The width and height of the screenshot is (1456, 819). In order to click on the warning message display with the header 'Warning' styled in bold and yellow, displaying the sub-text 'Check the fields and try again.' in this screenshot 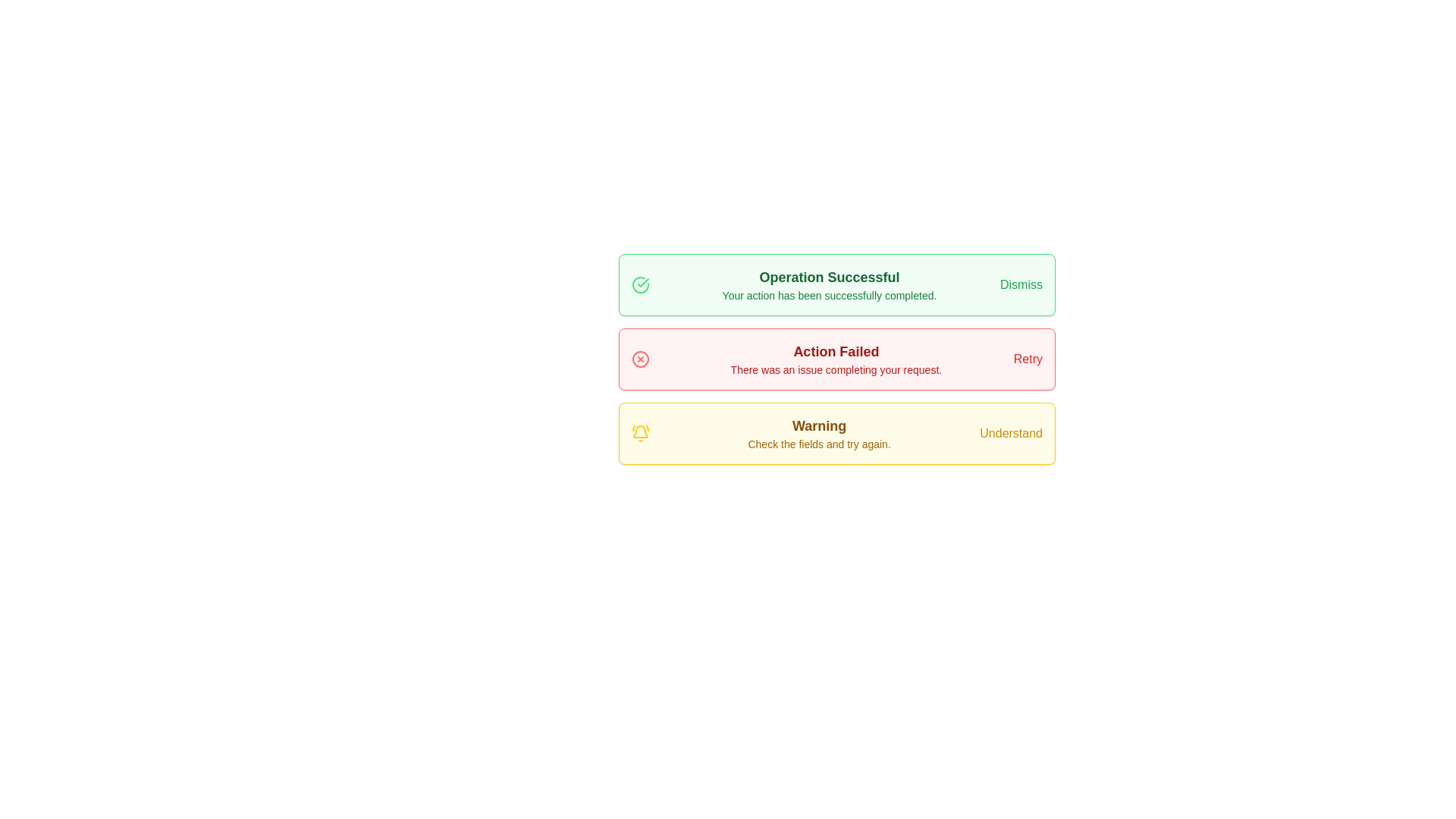, I will do `click(818, 433)`.